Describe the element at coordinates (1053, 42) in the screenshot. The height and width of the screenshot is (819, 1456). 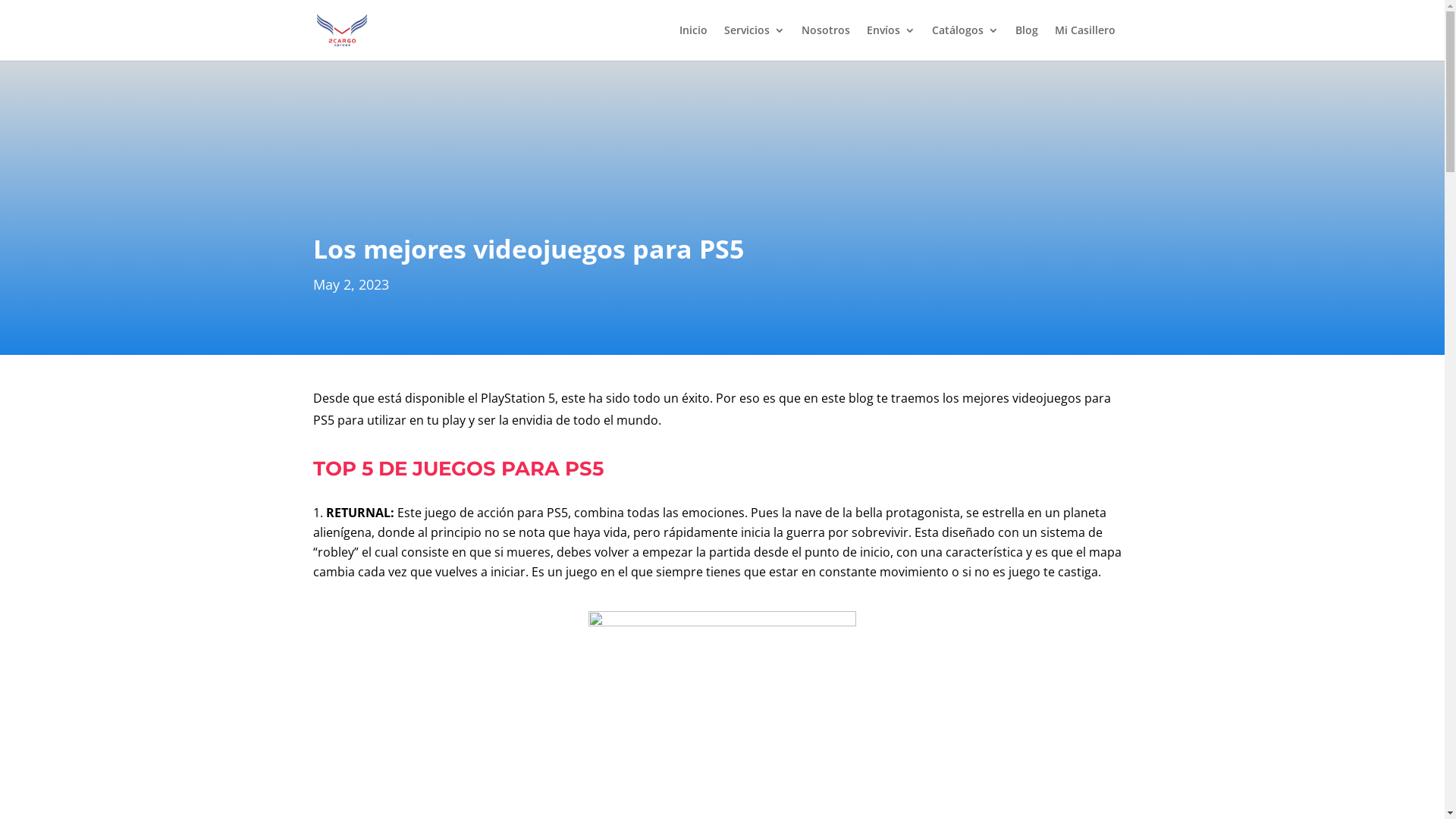
I see `'Mi Casillero'` at that location.